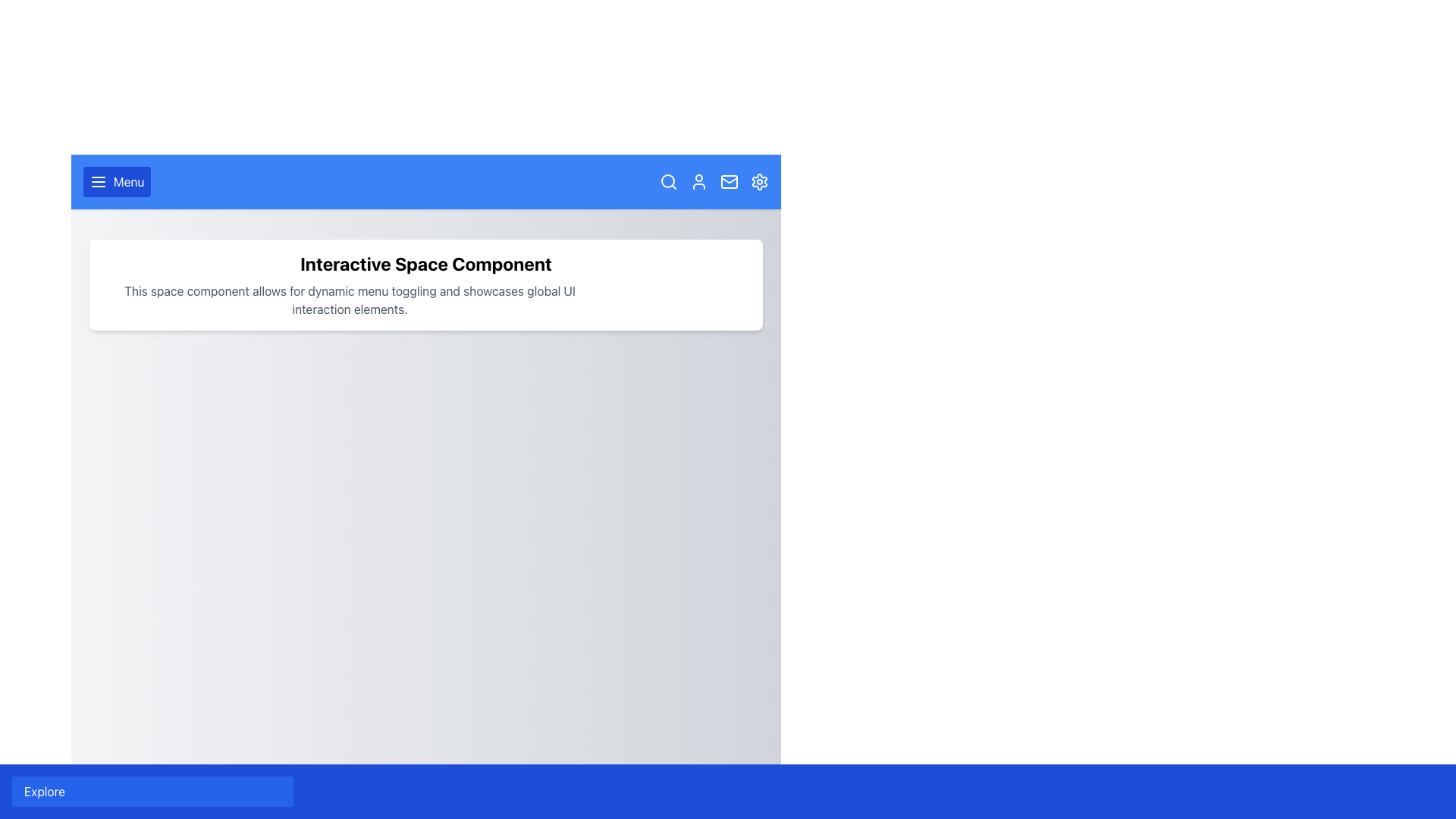 Image resolution: width=1456 pixels, height=819 pixels. Describe the element at coordinates (729, 178) in the screenshot. I see `the diagonal stroke of the envelope icon located in the top-right corner of the navigation bar` at that location.